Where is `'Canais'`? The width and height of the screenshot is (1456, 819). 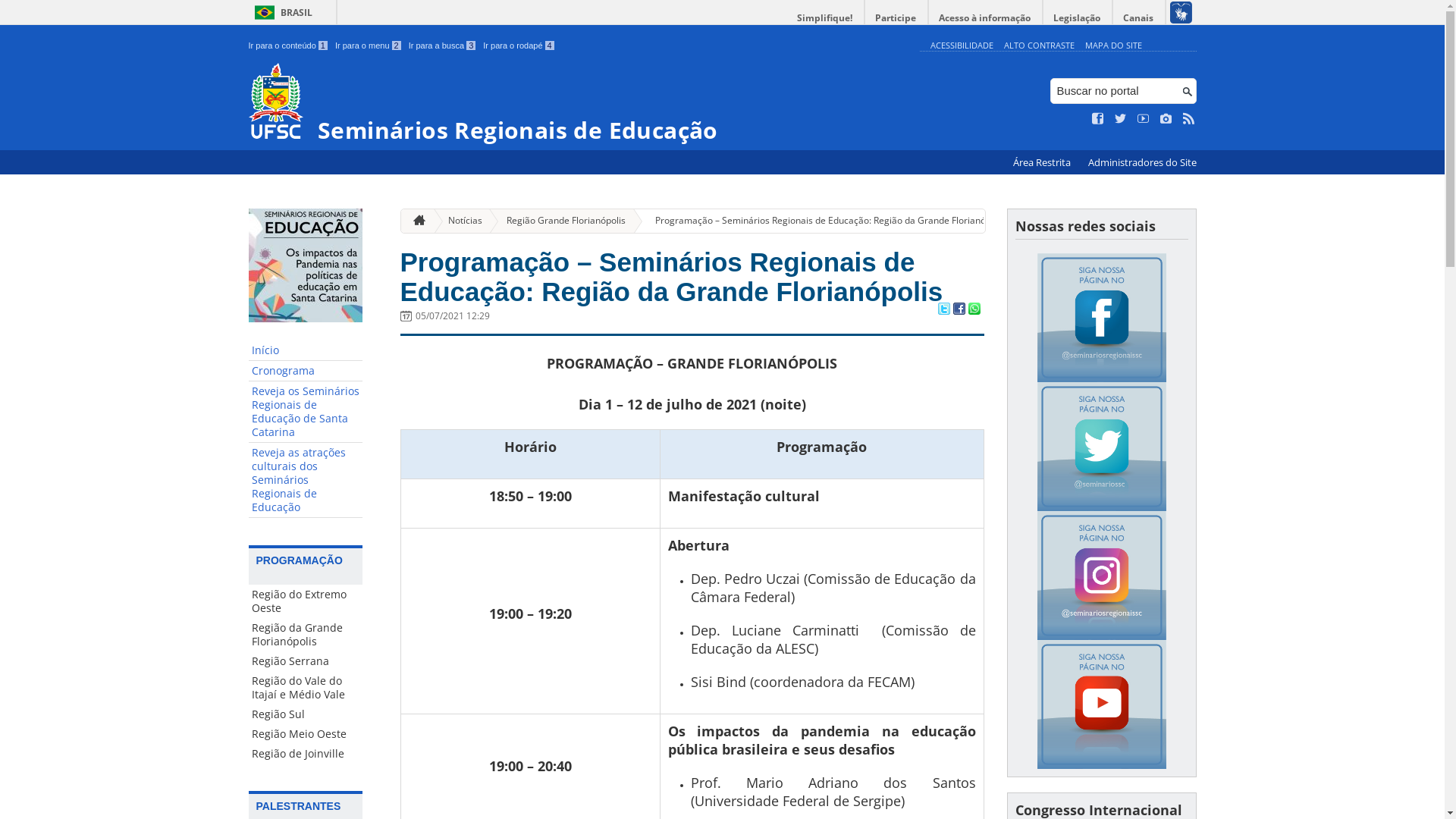 'Canais' is located at coordinates (1139, 17).